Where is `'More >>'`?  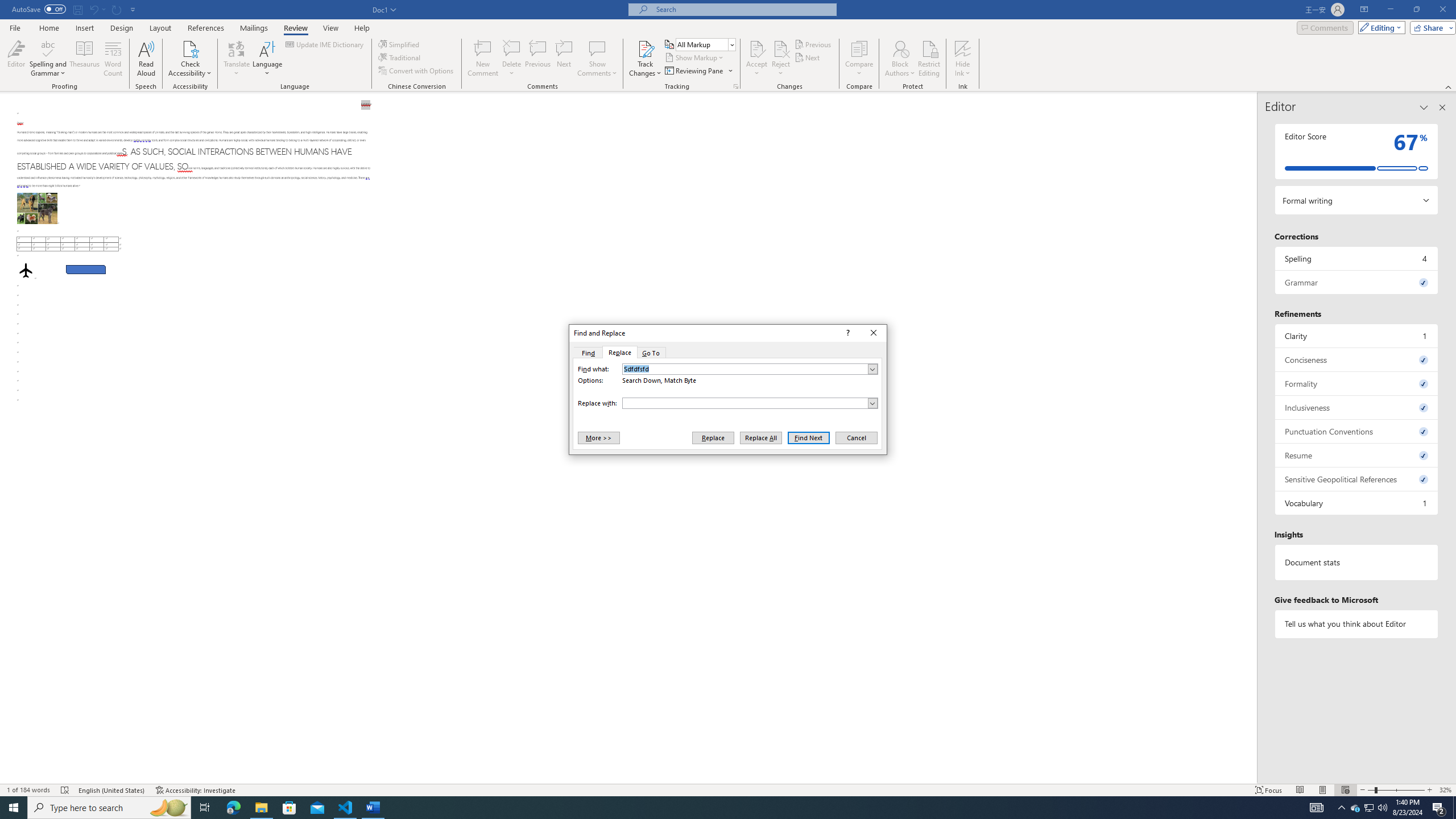
'More >>' is located at coordinates (598, 437).